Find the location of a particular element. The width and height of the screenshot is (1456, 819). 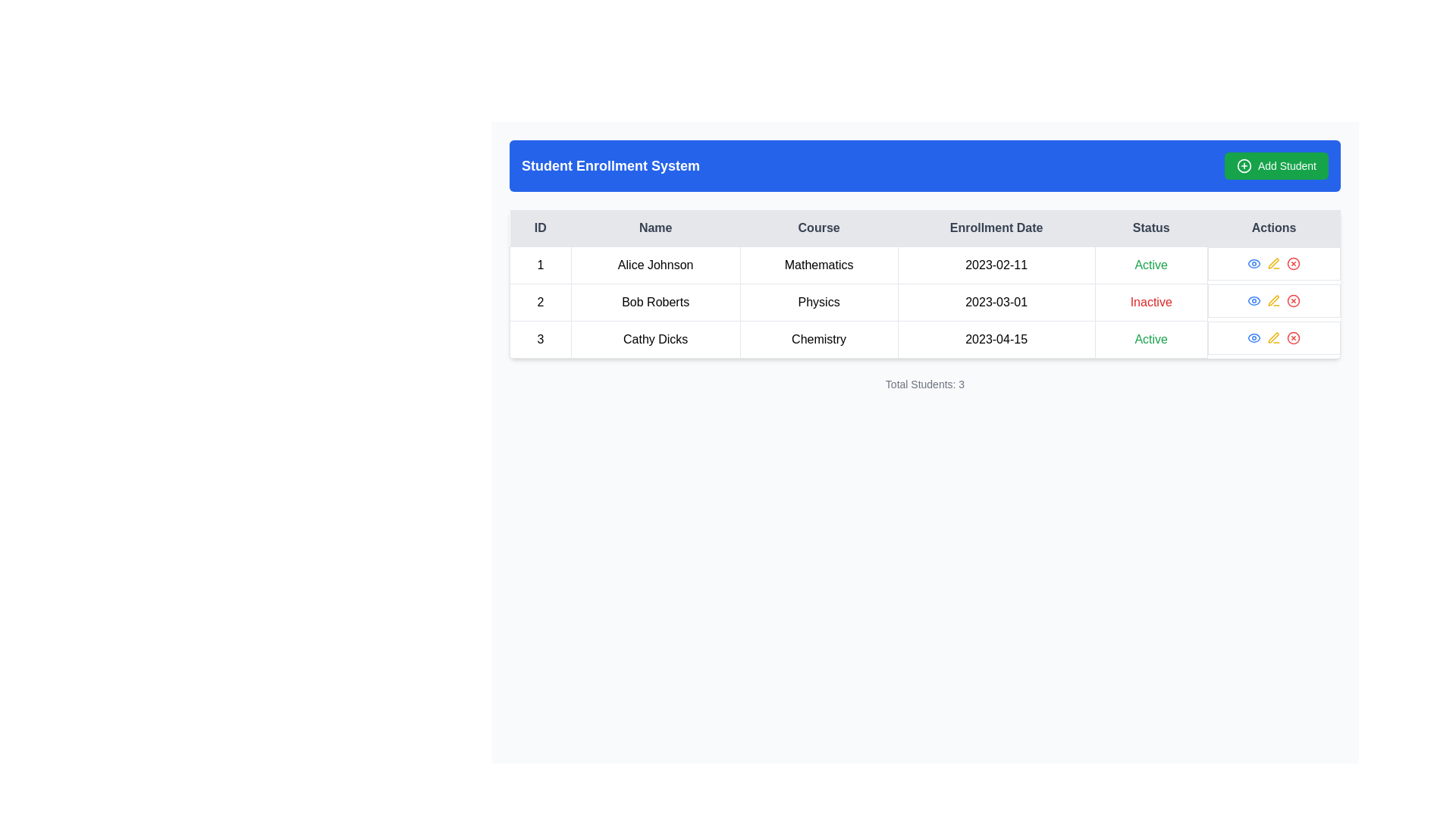

the close button represented by a Circle in the SVG icon within the last row of the 'Student Enrollment System' table is located at coordinates (1293, 337).